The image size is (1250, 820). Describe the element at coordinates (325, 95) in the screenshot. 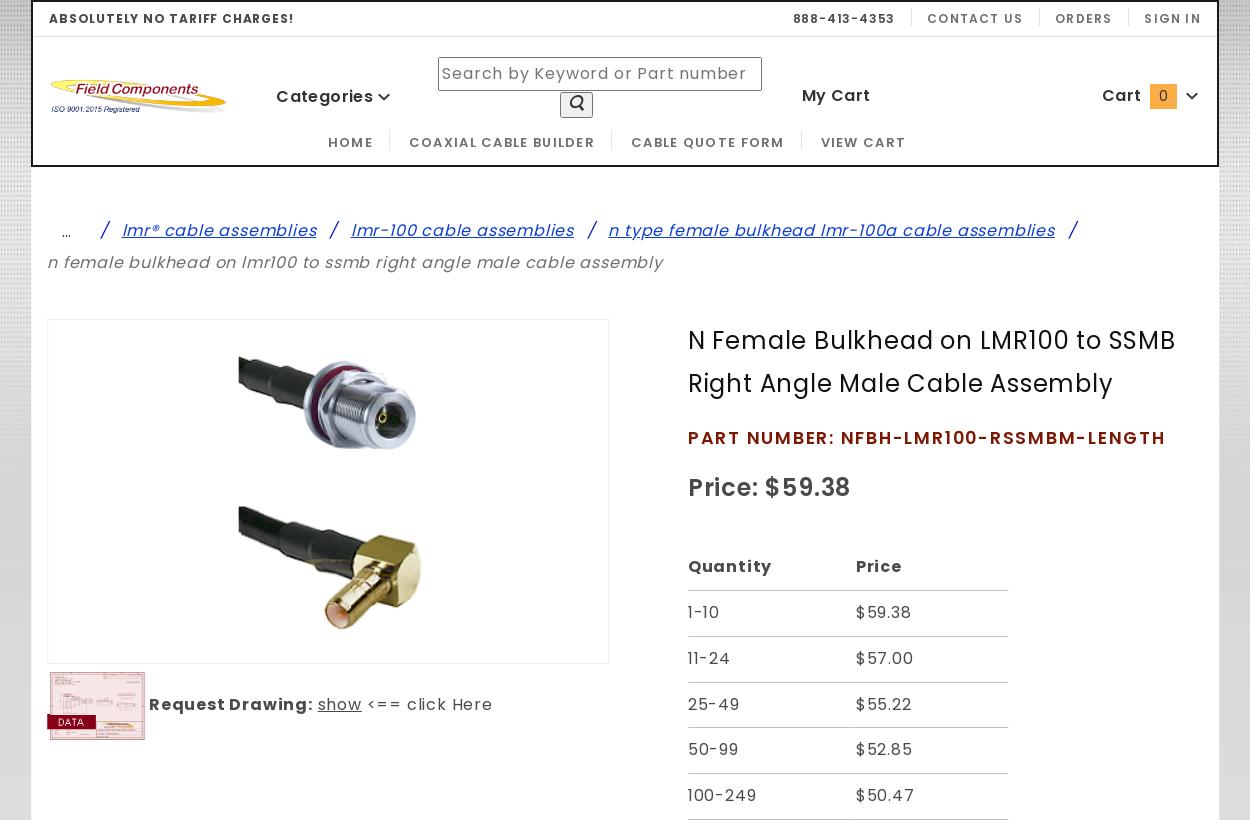

I see `'Categories'` at that location.